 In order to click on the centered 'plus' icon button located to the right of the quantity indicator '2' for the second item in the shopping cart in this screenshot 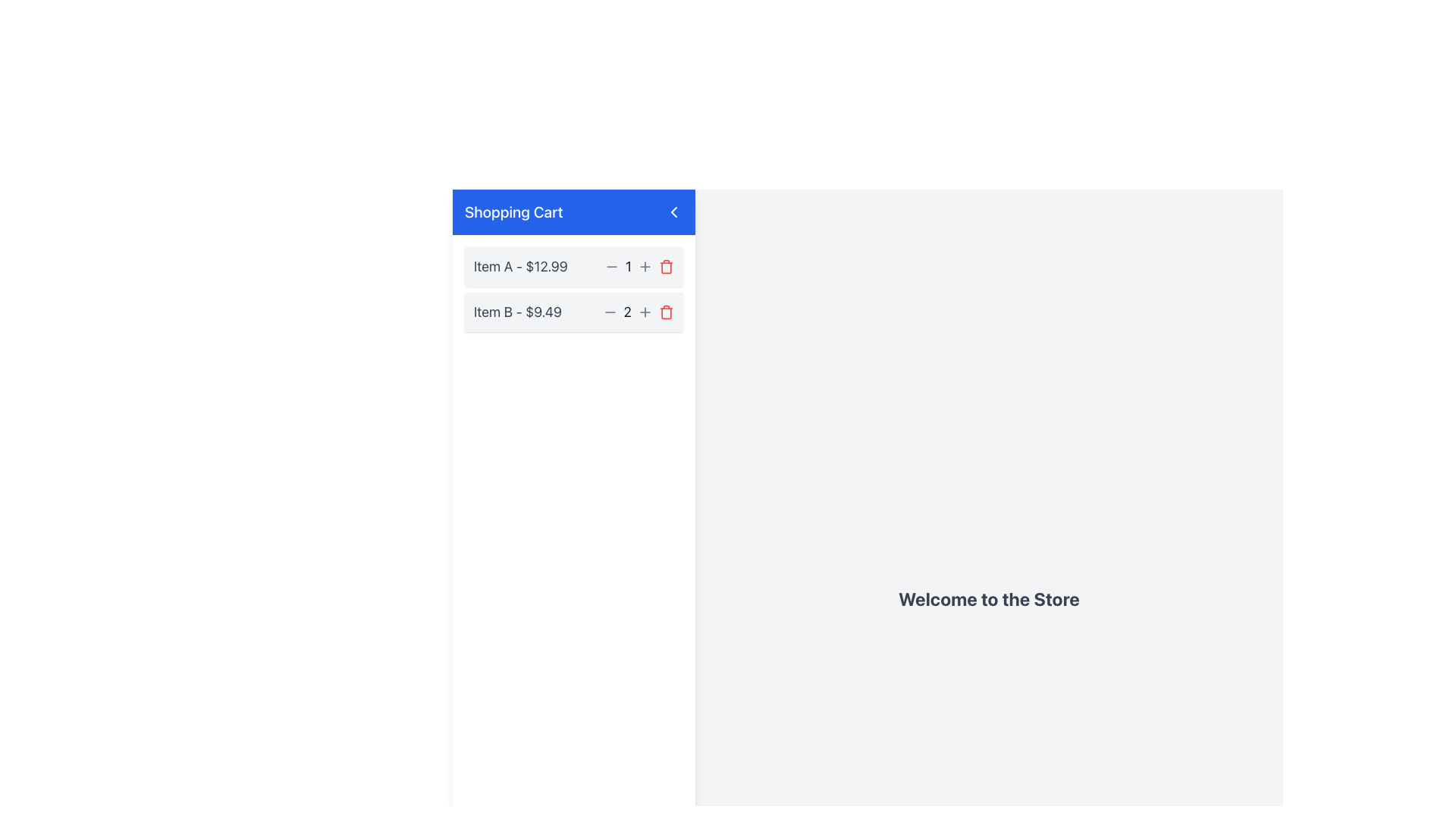, I will do `click(645, 312)`.